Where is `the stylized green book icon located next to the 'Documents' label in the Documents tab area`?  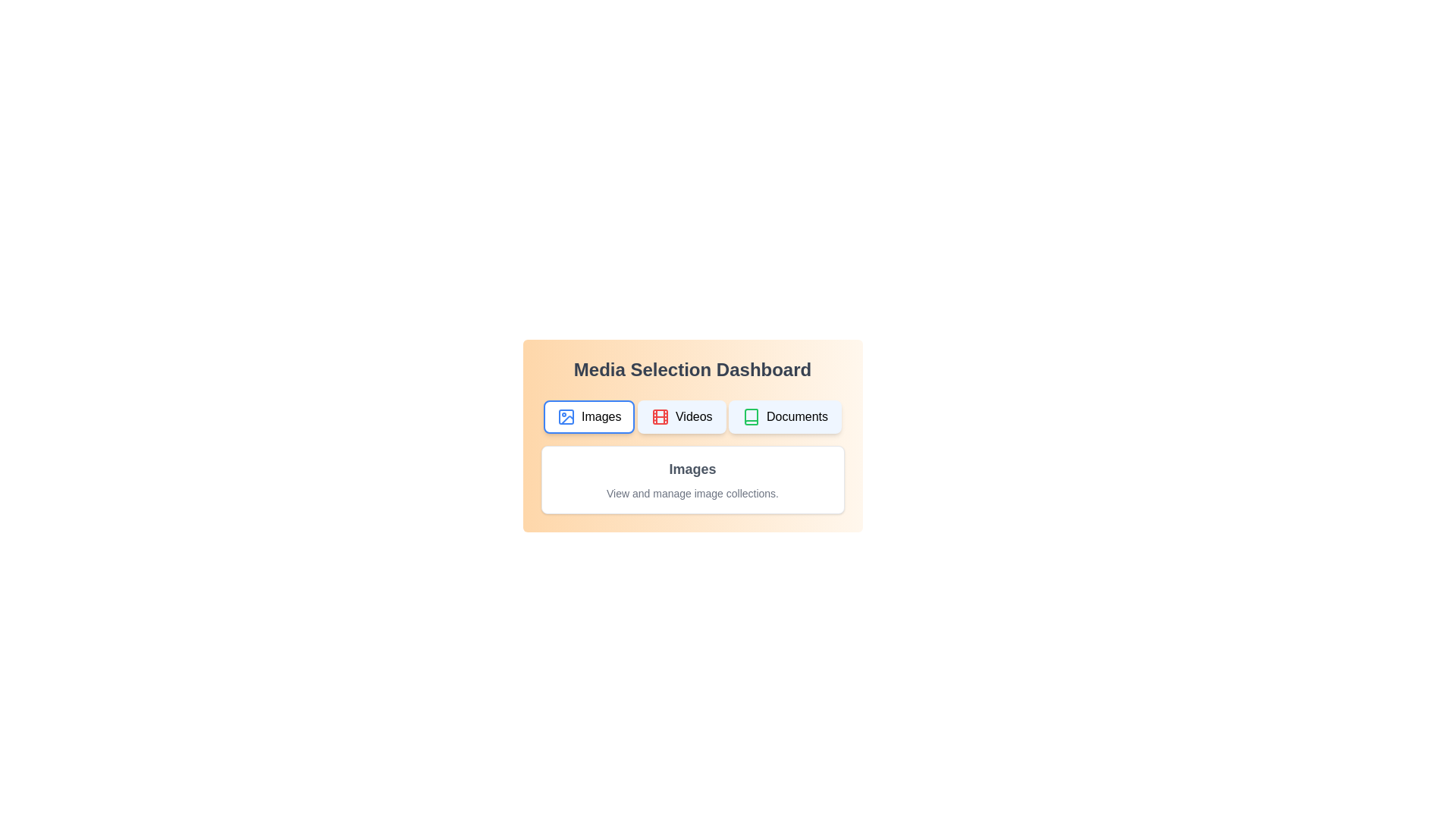
the stylized green book icon located next to the 'Documents' label in the Documents tab area is located at coordinates (752, 417).